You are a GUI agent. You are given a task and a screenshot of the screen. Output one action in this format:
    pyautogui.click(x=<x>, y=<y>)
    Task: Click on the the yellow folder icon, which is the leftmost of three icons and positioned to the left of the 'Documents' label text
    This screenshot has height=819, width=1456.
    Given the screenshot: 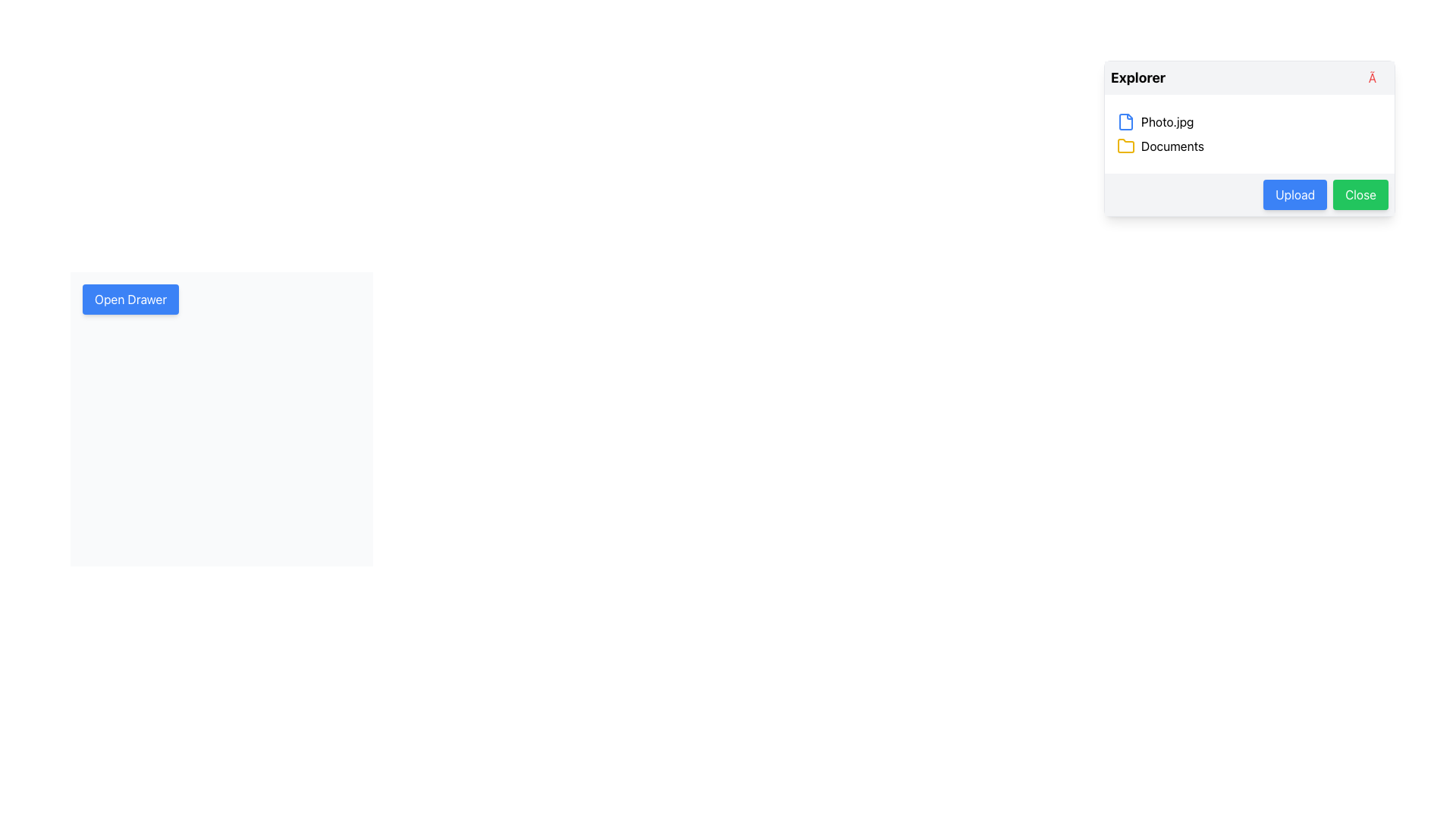 What is the action you would take?
    pyautogui.click(x=1125, y=146)
    